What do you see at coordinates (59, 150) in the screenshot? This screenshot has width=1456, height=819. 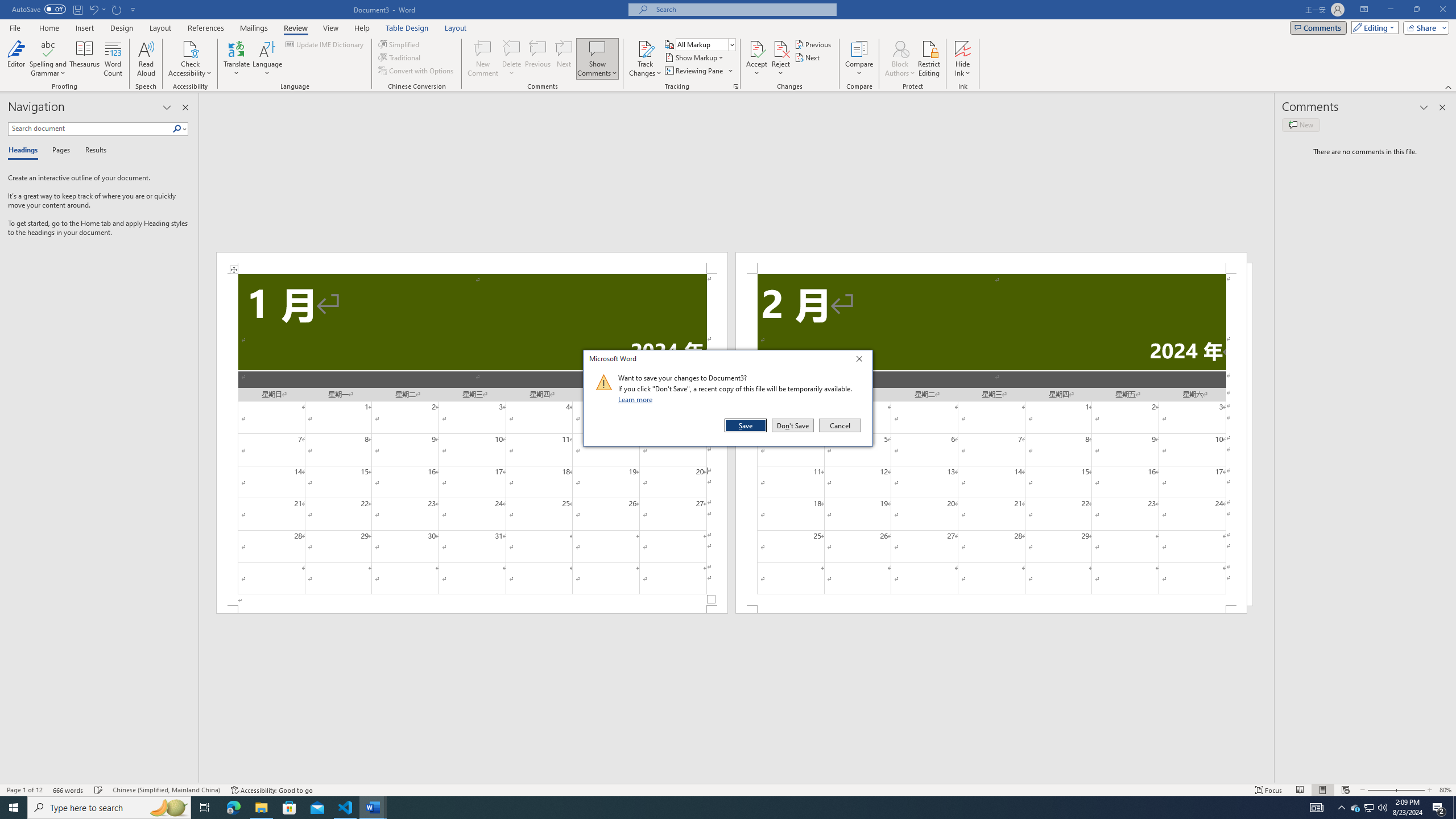 I see `'Pages'` at bounding box center [59, 150].